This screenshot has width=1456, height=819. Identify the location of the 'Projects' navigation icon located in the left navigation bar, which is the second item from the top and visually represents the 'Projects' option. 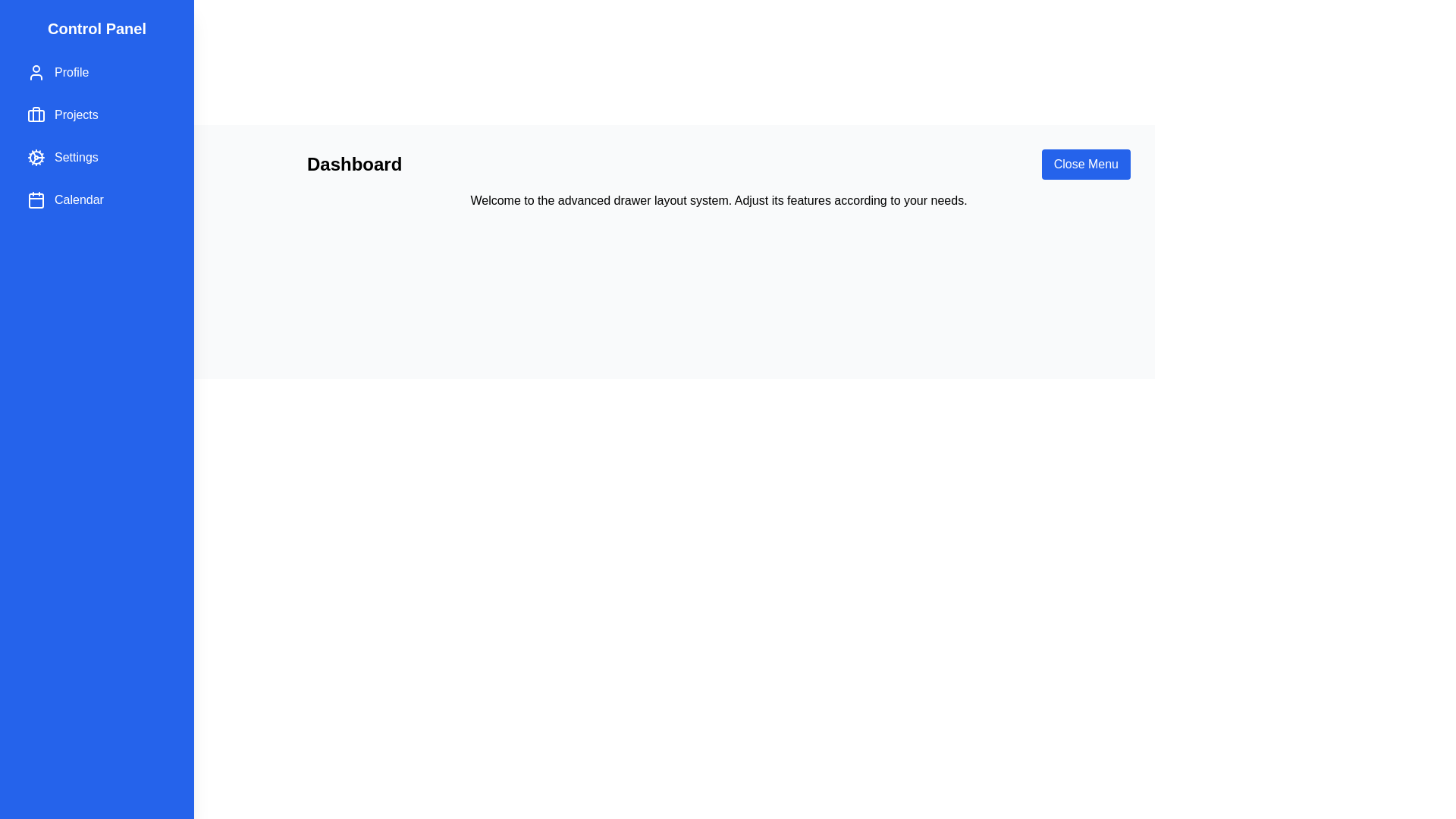
(36, 114).